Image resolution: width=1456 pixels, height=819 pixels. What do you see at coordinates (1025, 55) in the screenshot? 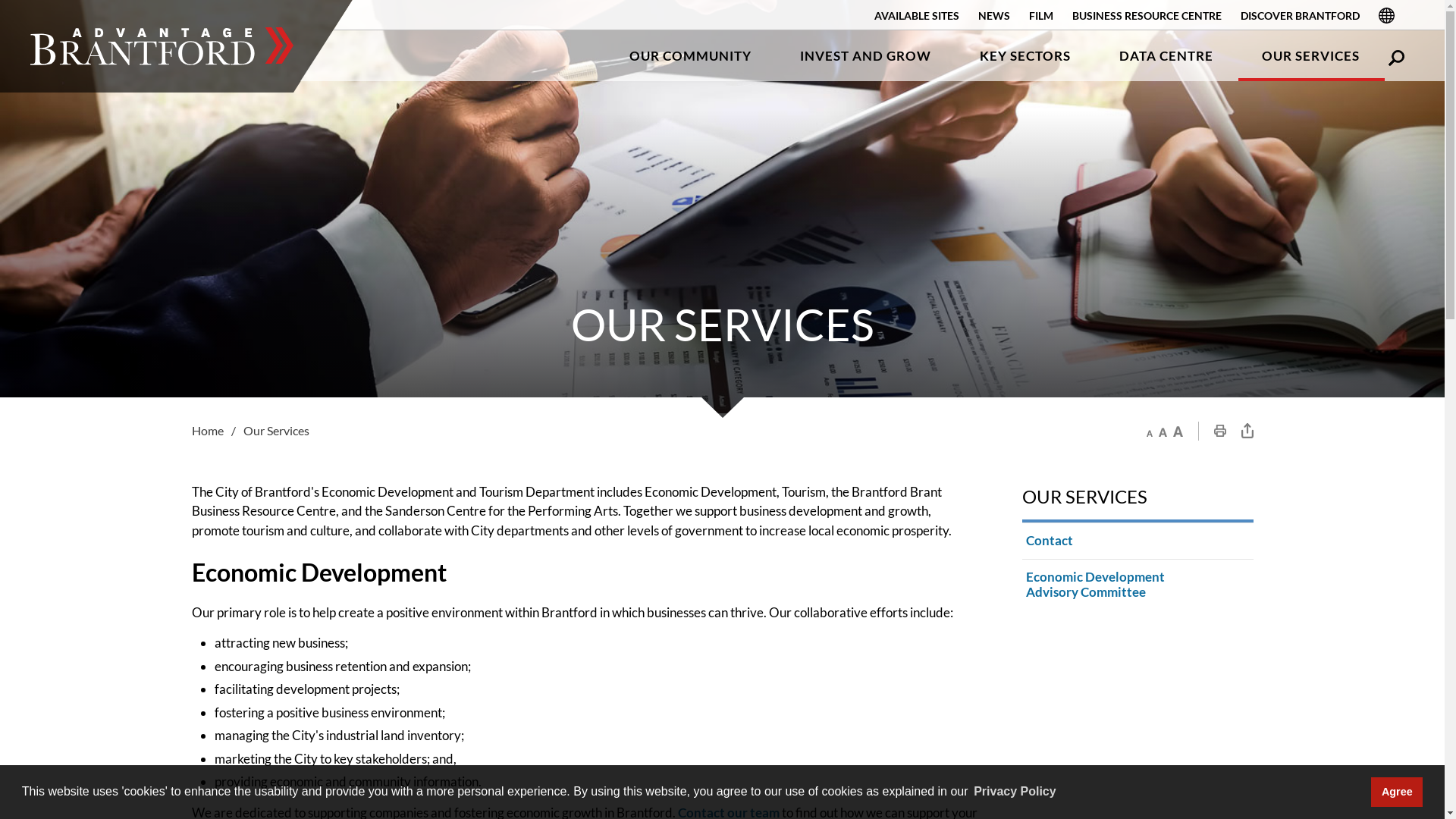
I see `'KEY SECTORS'` at bounding box center [1025, 55].